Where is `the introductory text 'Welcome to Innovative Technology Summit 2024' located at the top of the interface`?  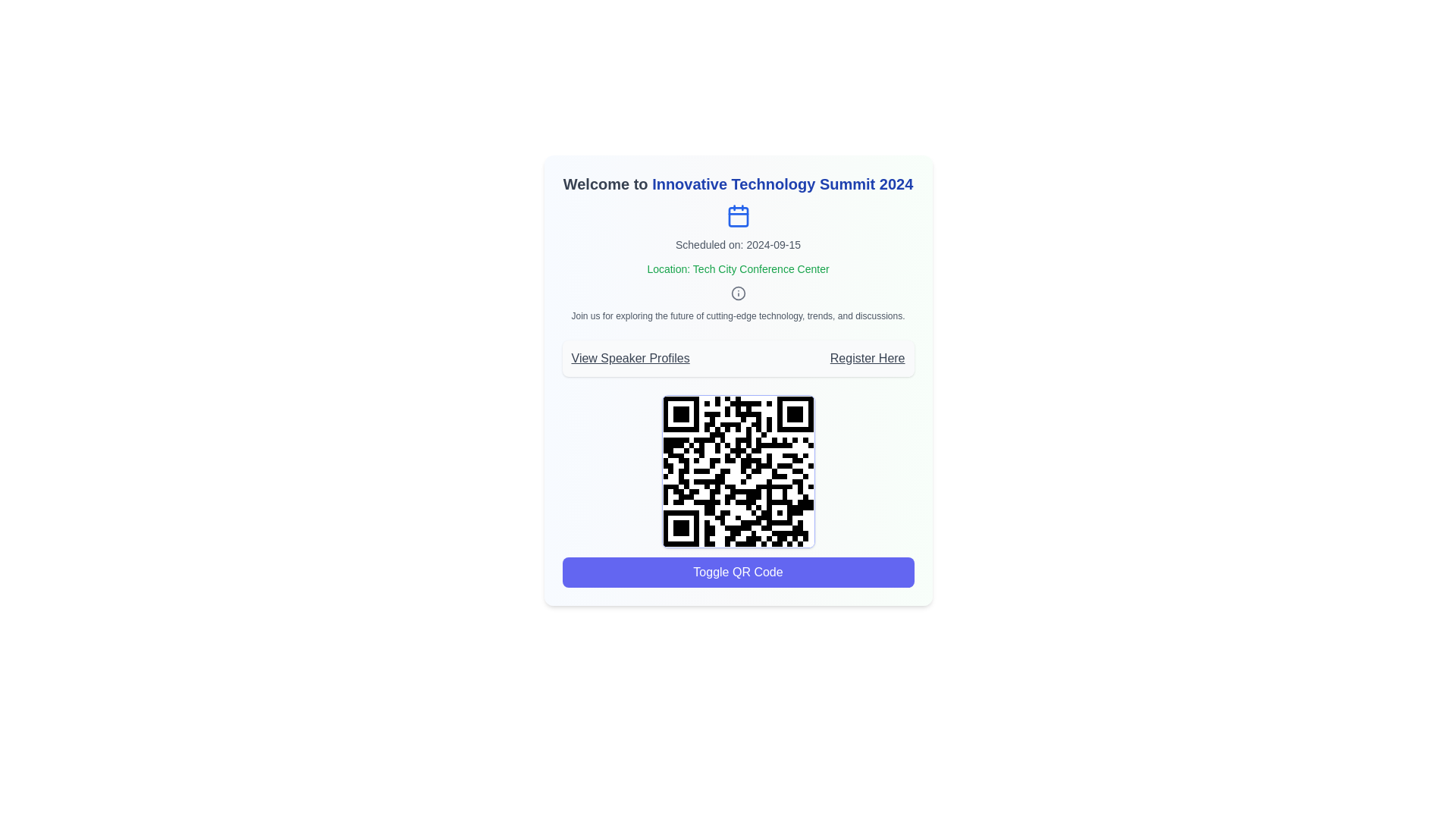 the introductory text 'Welcome to Innovative Technology Summit 2024' located at the top of the interface is located at coordinates (604, 184).